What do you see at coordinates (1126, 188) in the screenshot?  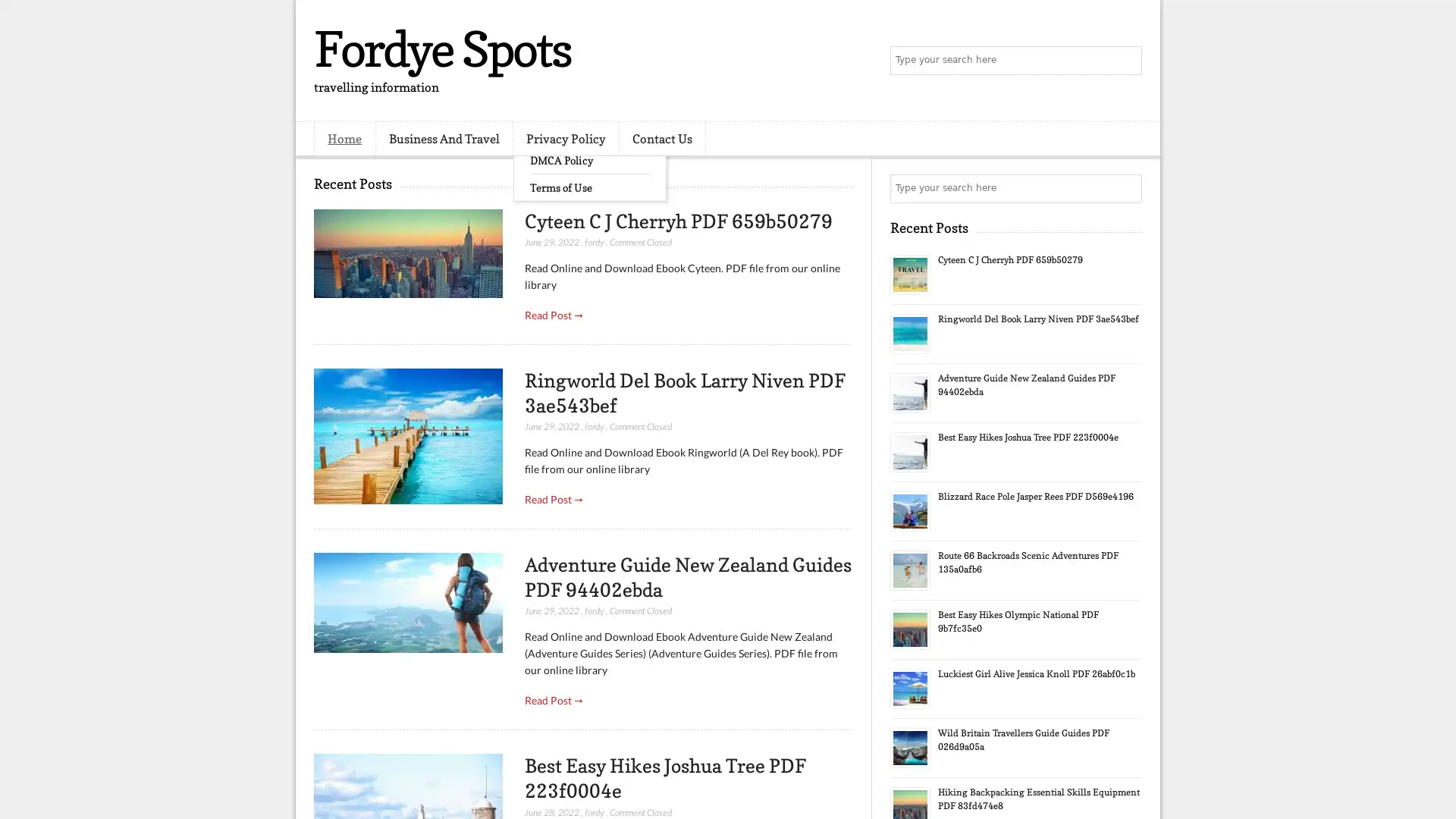 I see `Search` at bounding box center [1126, 188].